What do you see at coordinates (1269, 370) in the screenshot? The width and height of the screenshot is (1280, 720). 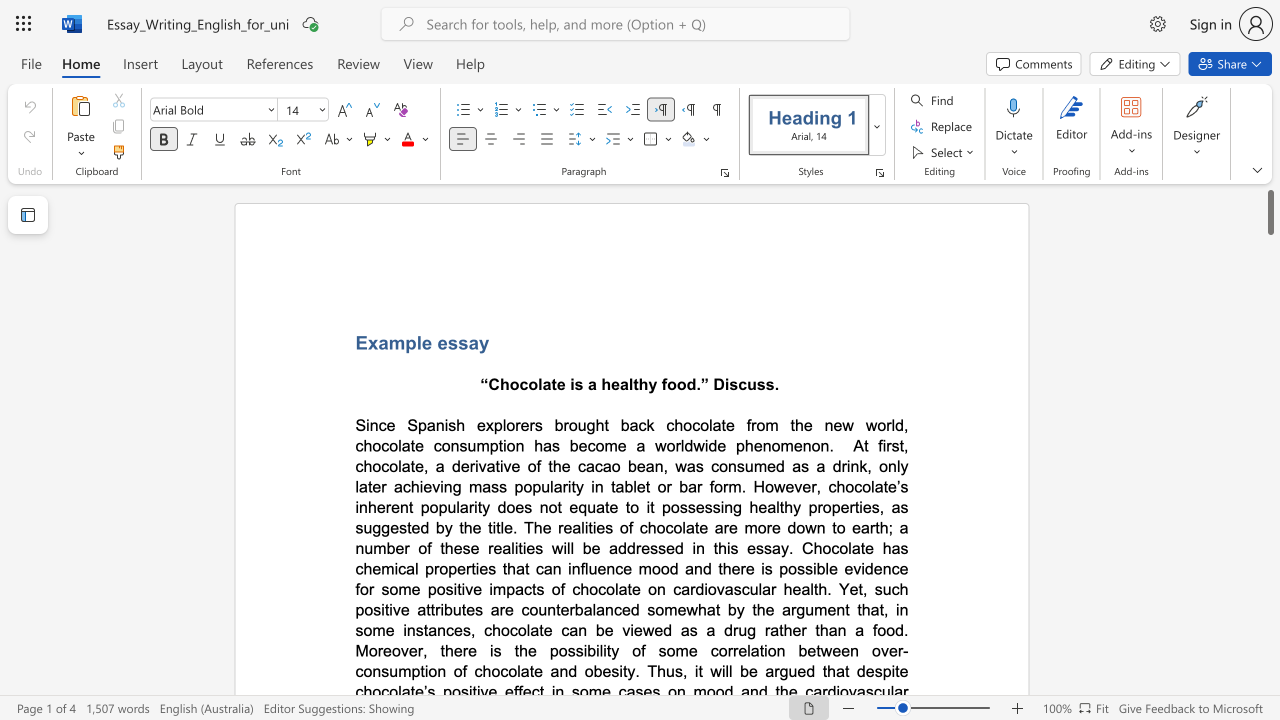 I see `the scrollbar to move the page downward` at bounding box center [1269, 370].